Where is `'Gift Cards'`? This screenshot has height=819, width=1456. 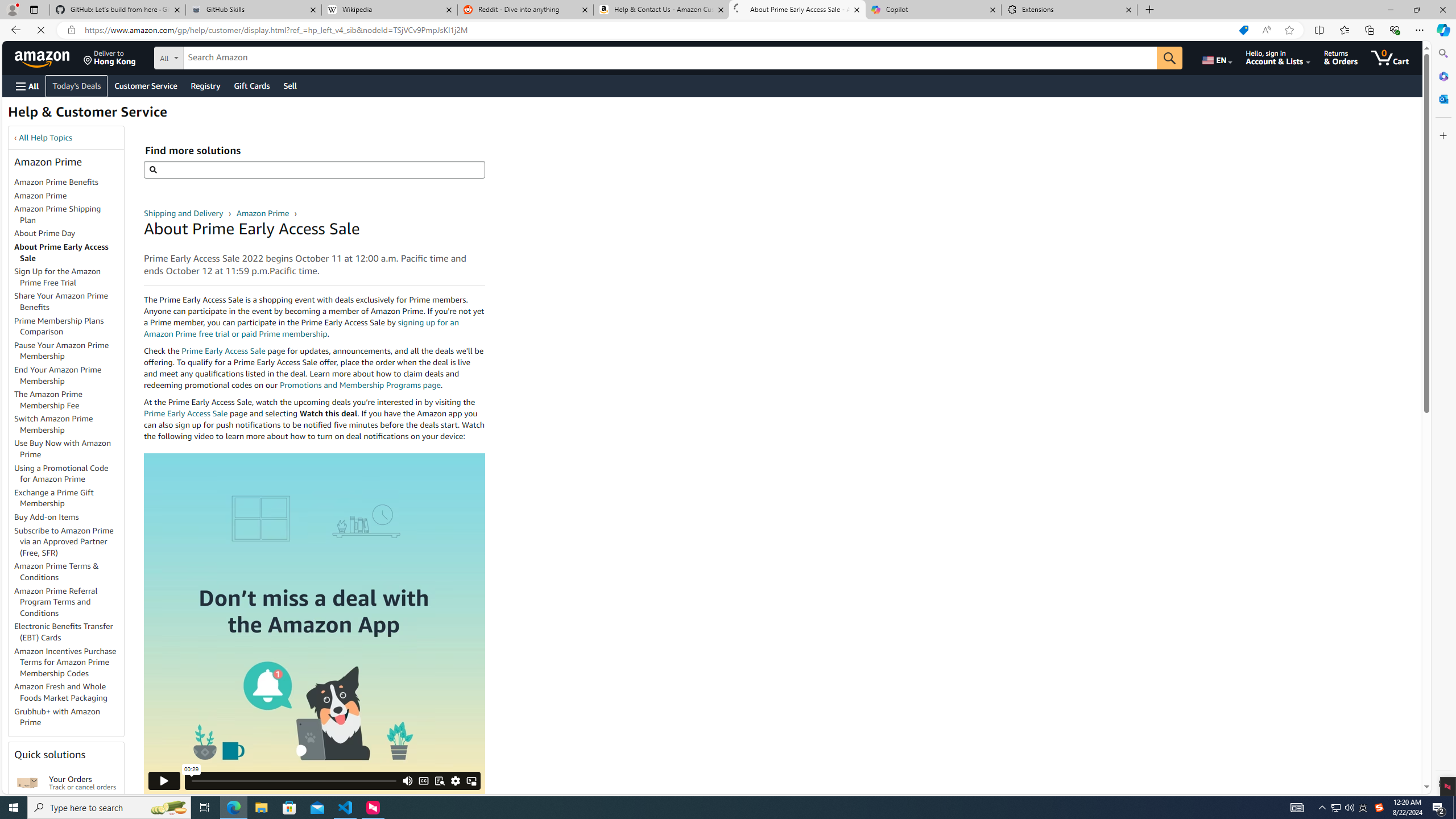
'Gift Cards' is located at coordinates (251, 85).